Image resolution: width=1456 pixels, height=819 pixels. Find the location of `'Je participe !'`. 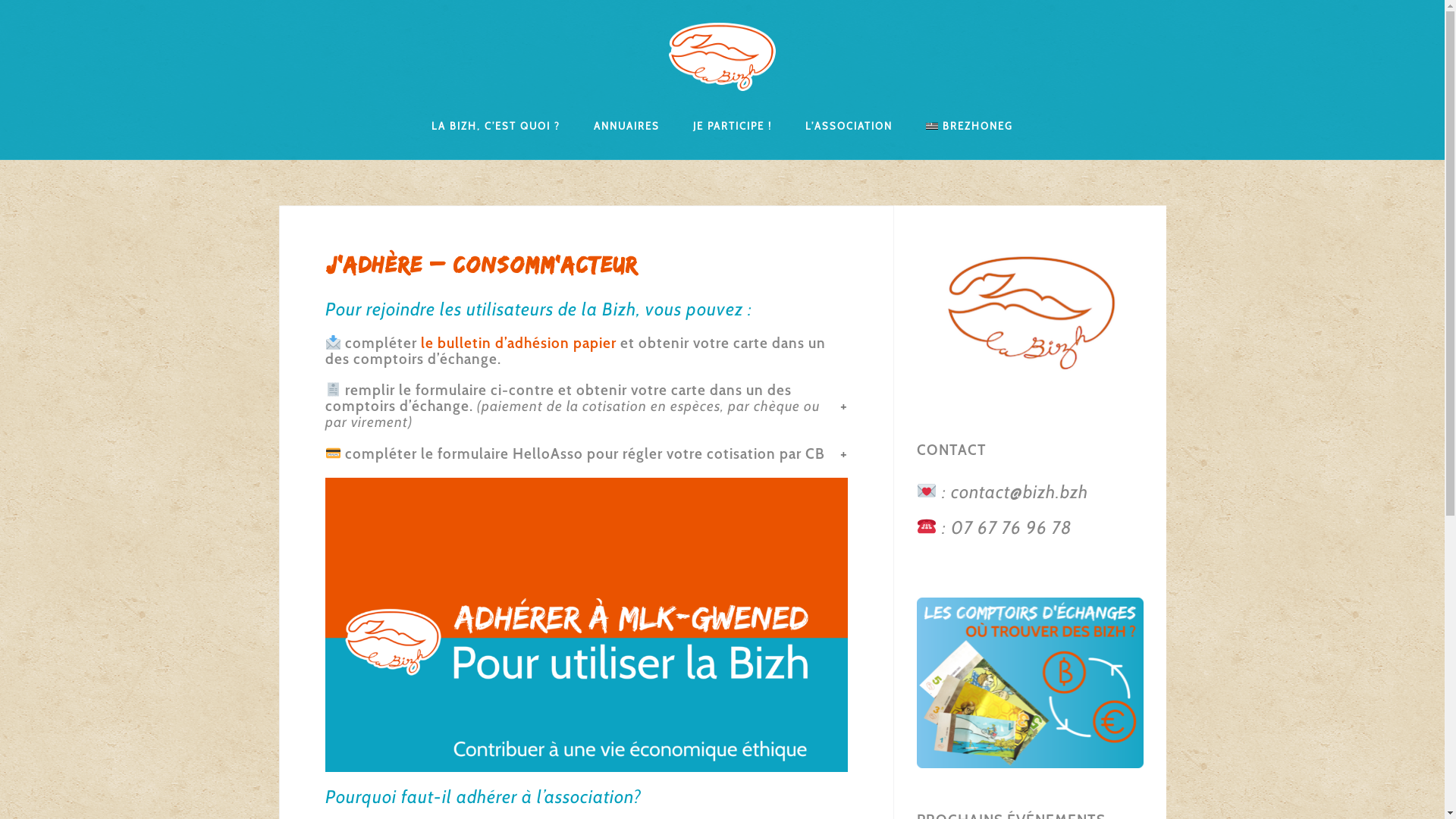

'Je participe !' is located at coordinates (732, 124).